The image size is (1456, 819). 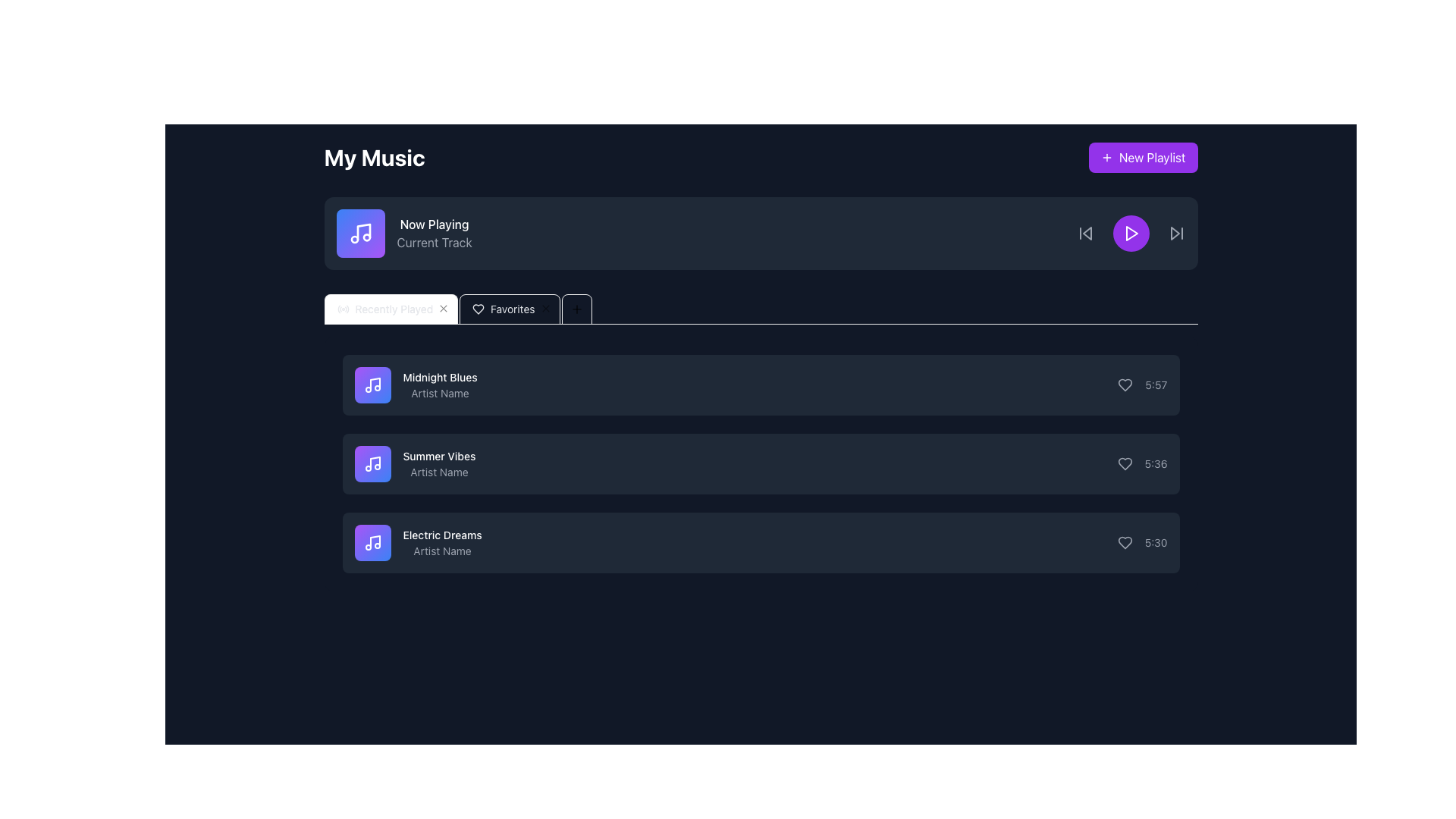 What do you see at coordinates (1143, 384) in the screenshot?
I see `text label displaying '5:57' with gray styling, located to the right of a heart icon in the topmost song entry of the 'Favorites' section` at bounding box center [1143, 384].